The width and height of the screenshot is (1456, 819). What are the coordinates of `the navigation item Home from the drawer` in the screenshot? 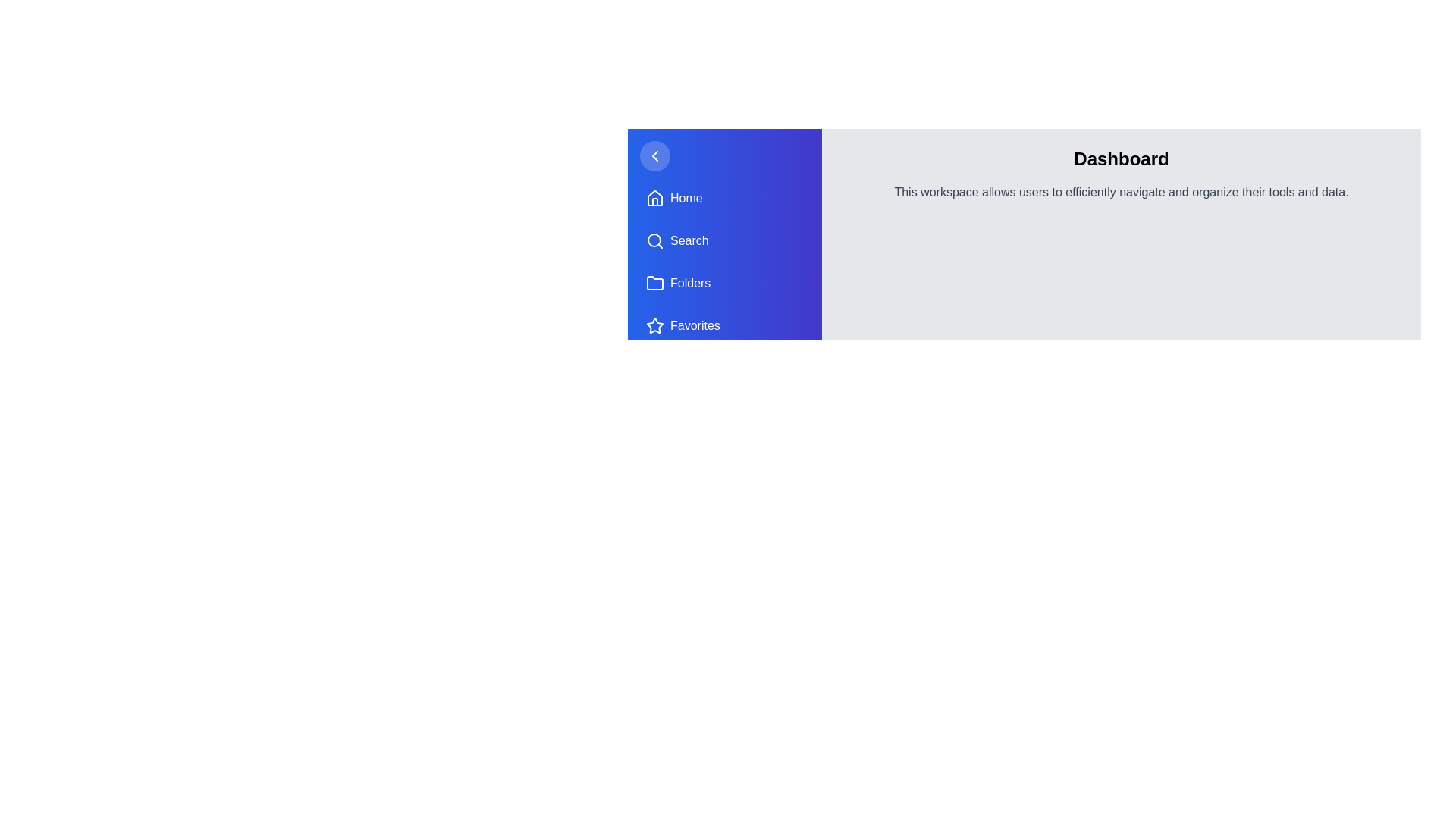 It's located at (723, 198).